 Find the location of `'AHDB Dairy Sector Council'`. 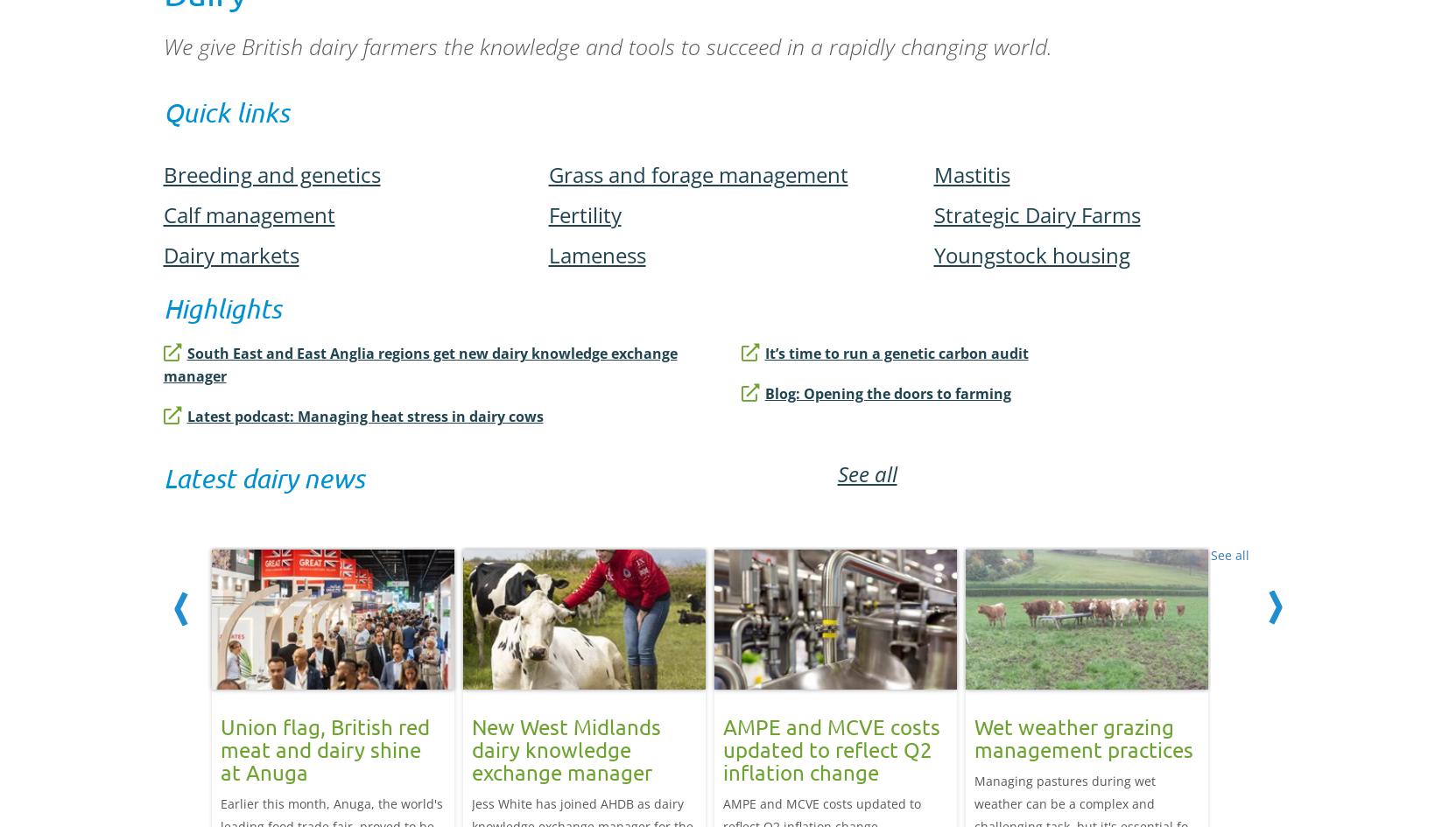

'AHDB Dairy Sector Council' is located at coordinates (278, 263).